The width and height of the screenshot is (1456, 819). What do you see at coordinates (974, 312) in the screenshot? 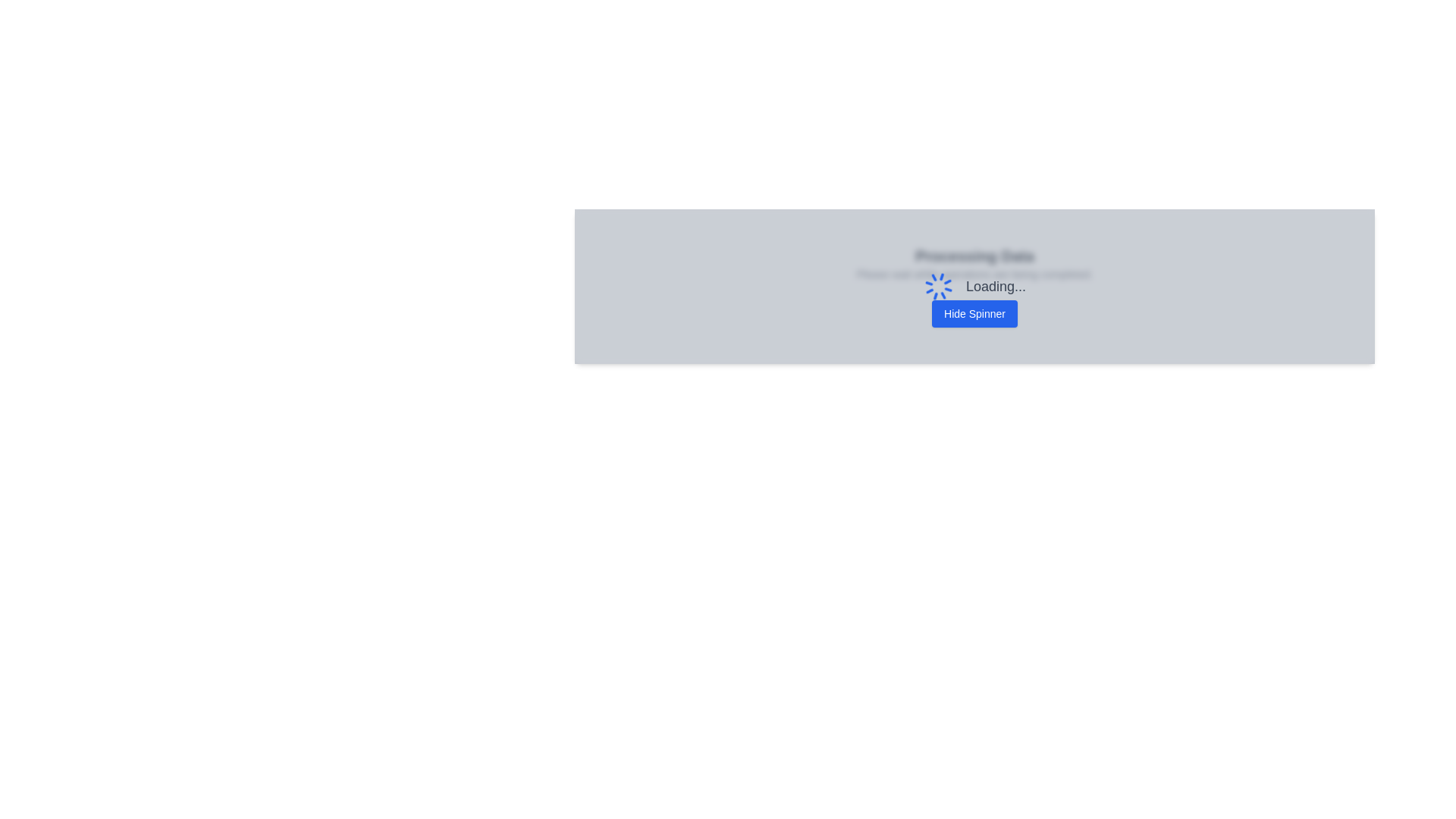
I see `the button located at the bottom of the modal dialog` at bounding box center [974, 312].